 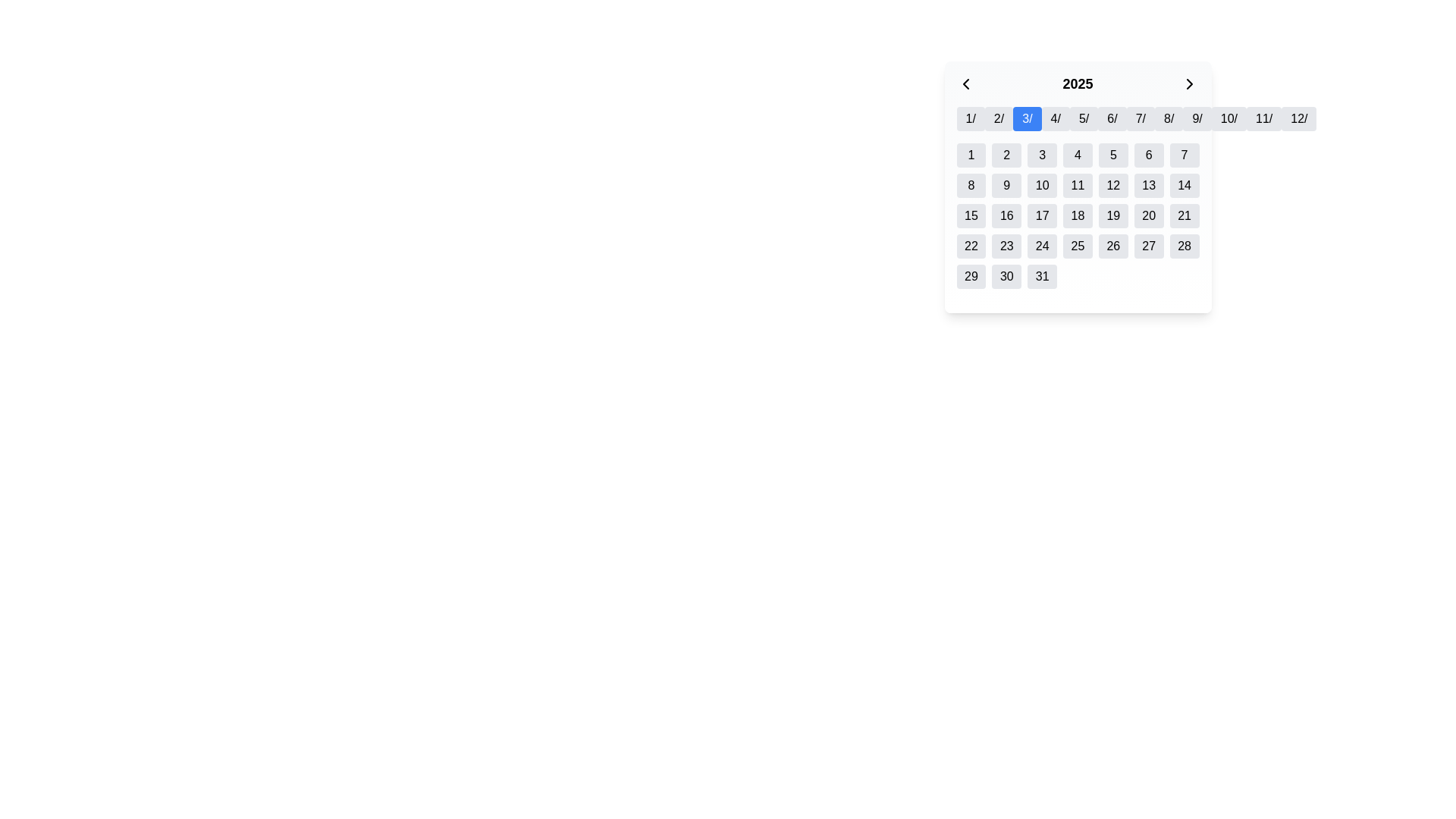 I want to click on the button representing the month of July in the calendar interface, so click(x=1141, y=118).